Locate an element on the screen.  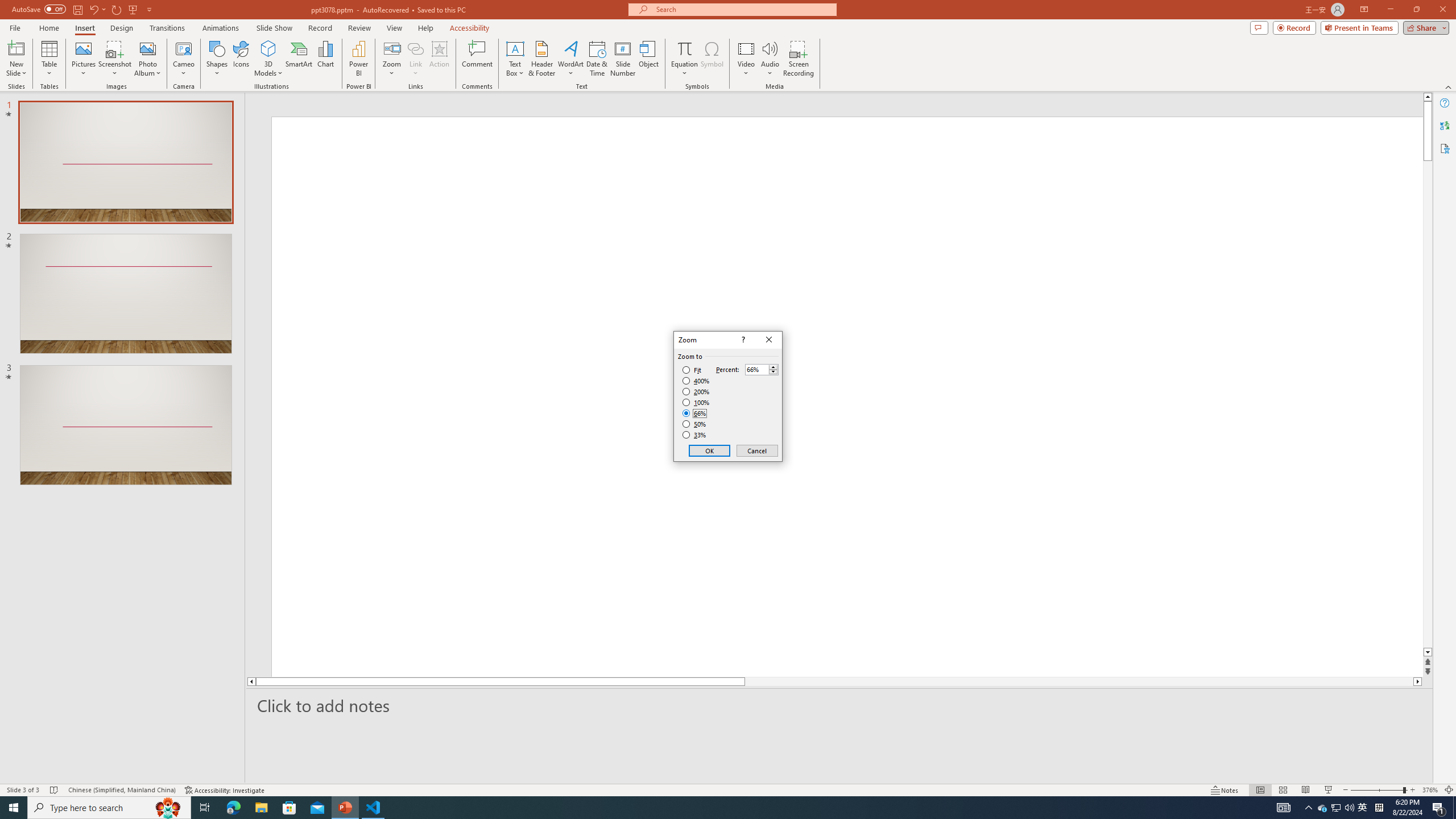
'Power BI' is located at coordinates (359, 59).